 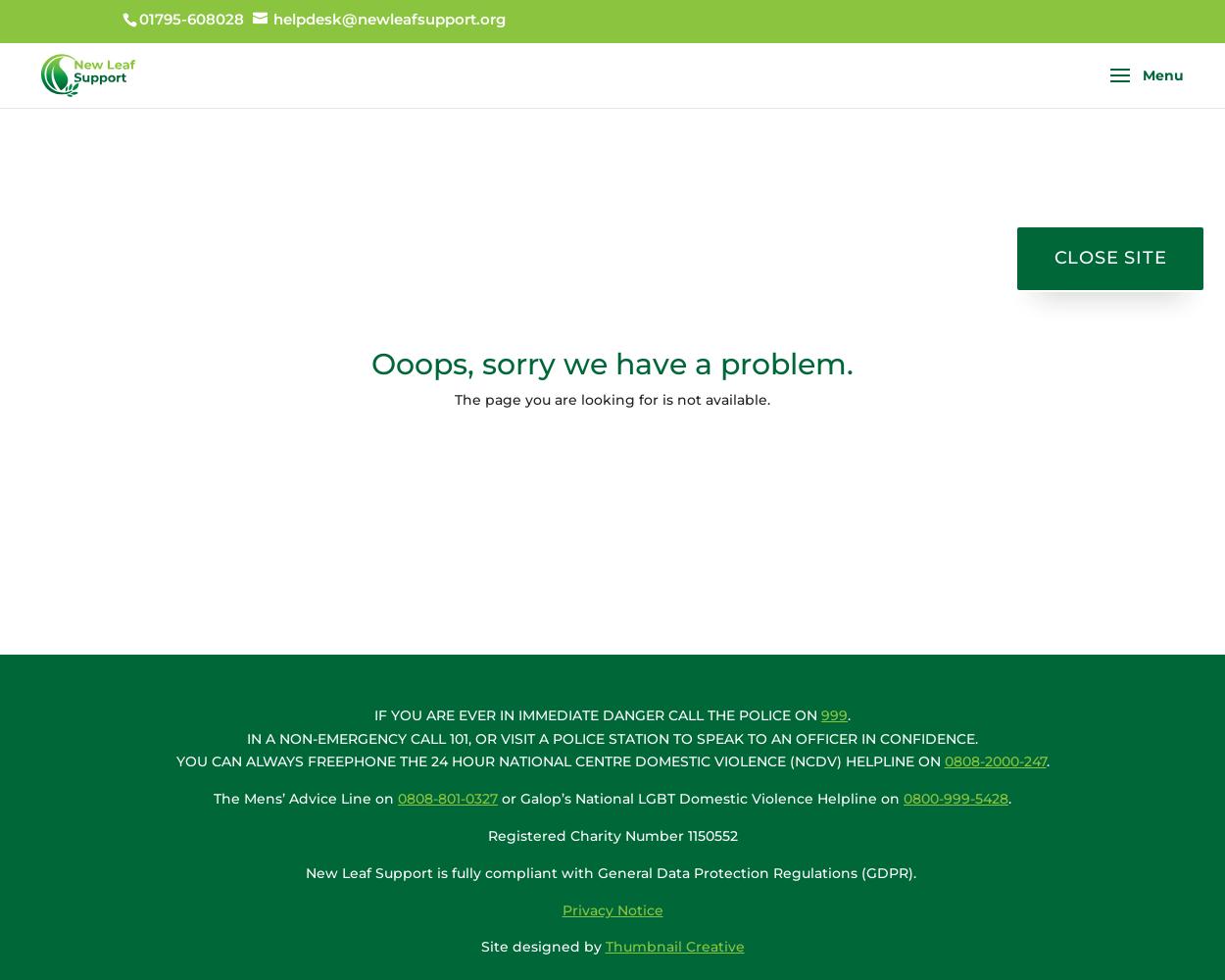 What do you see at coordinates (612, 400) in the screenshot?
I see `'The page you are looking for is not available.'` at bounding box center [612, 400].